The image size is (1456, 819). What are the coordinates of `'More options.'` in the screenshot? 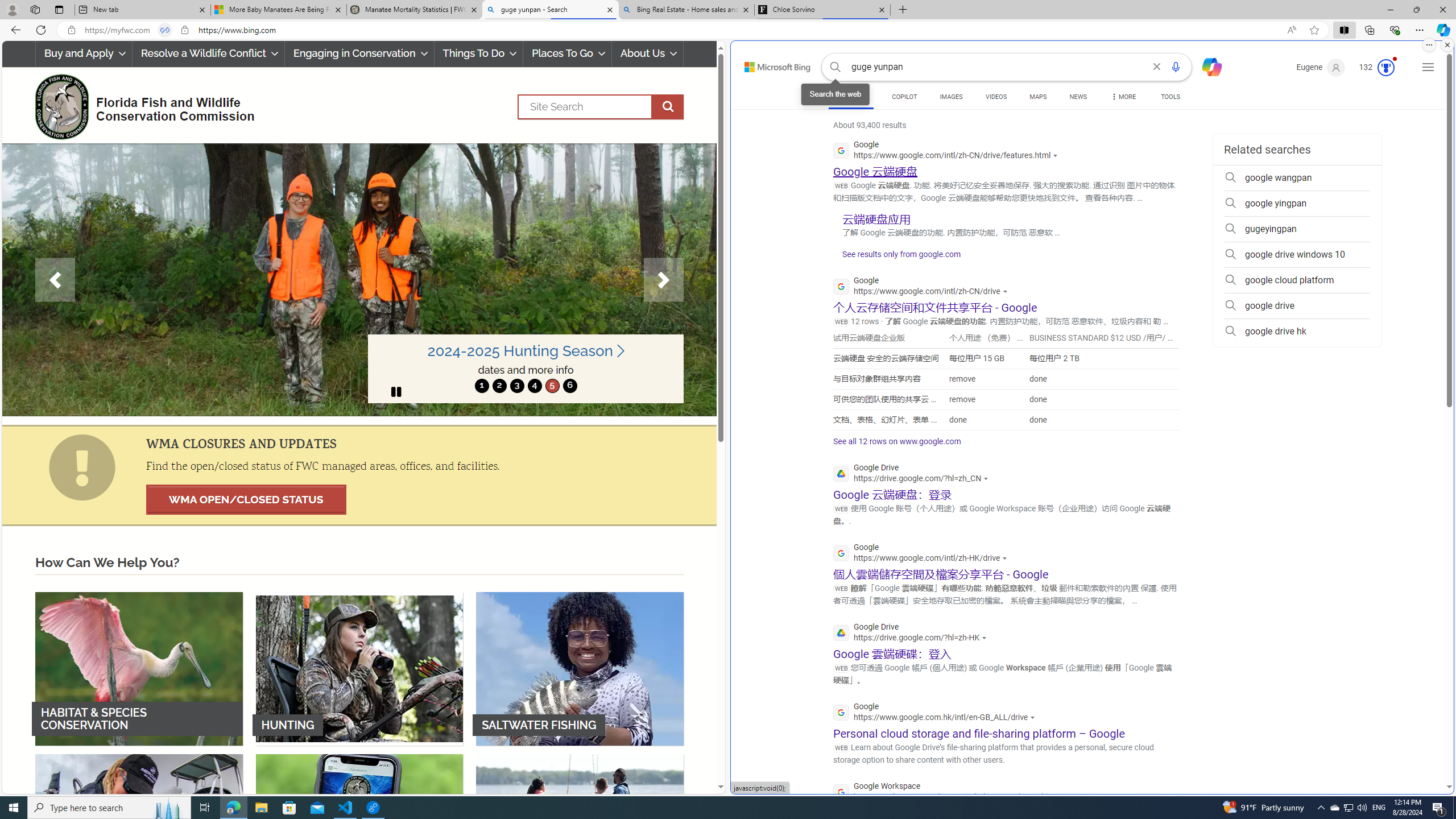 It's located at (1428, 44).